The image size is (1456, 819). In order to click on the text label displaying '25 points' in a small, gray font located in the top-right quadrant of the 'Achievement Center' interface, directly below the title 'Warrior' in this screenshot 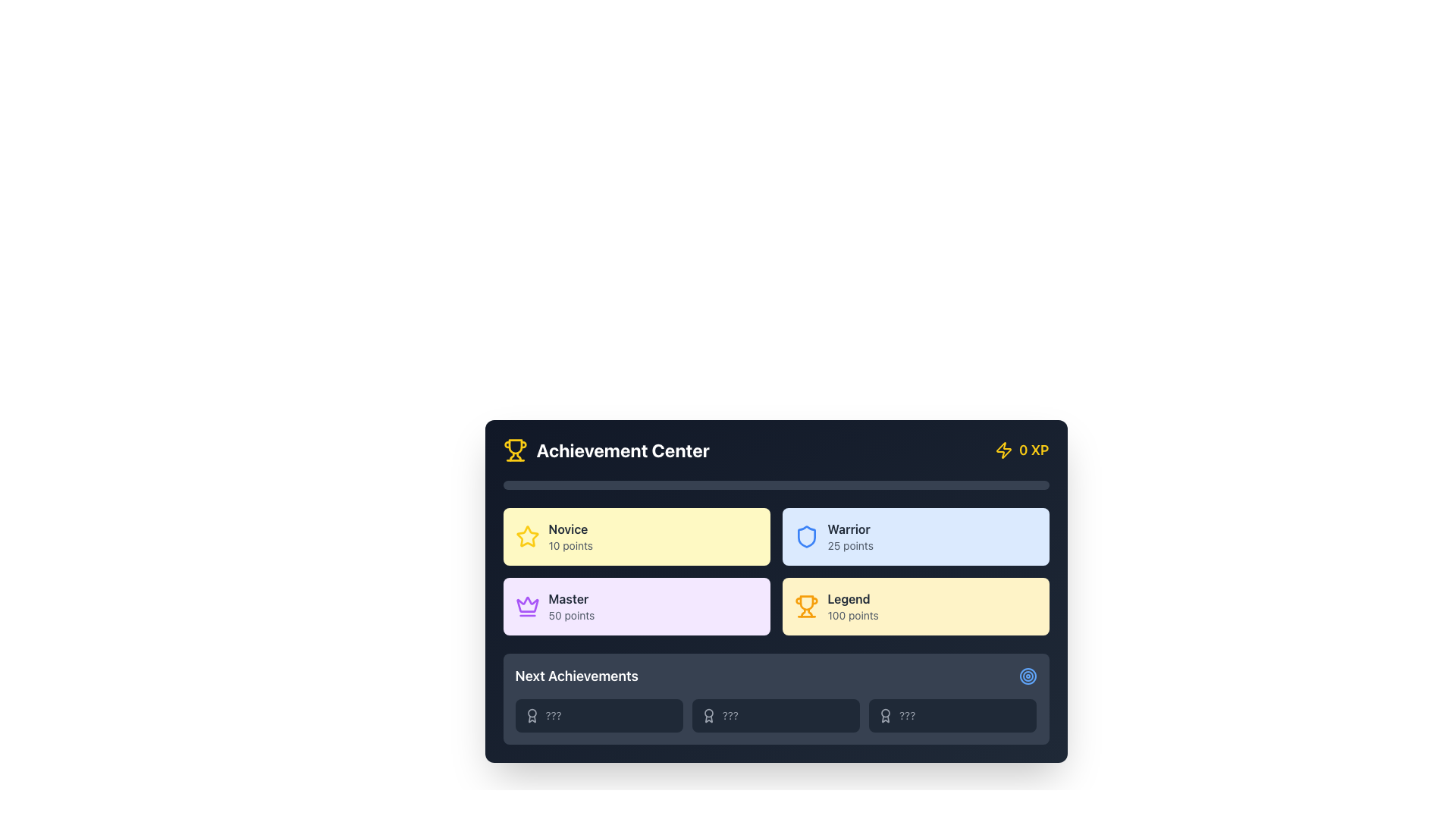, I will do `click(850, 546)`.